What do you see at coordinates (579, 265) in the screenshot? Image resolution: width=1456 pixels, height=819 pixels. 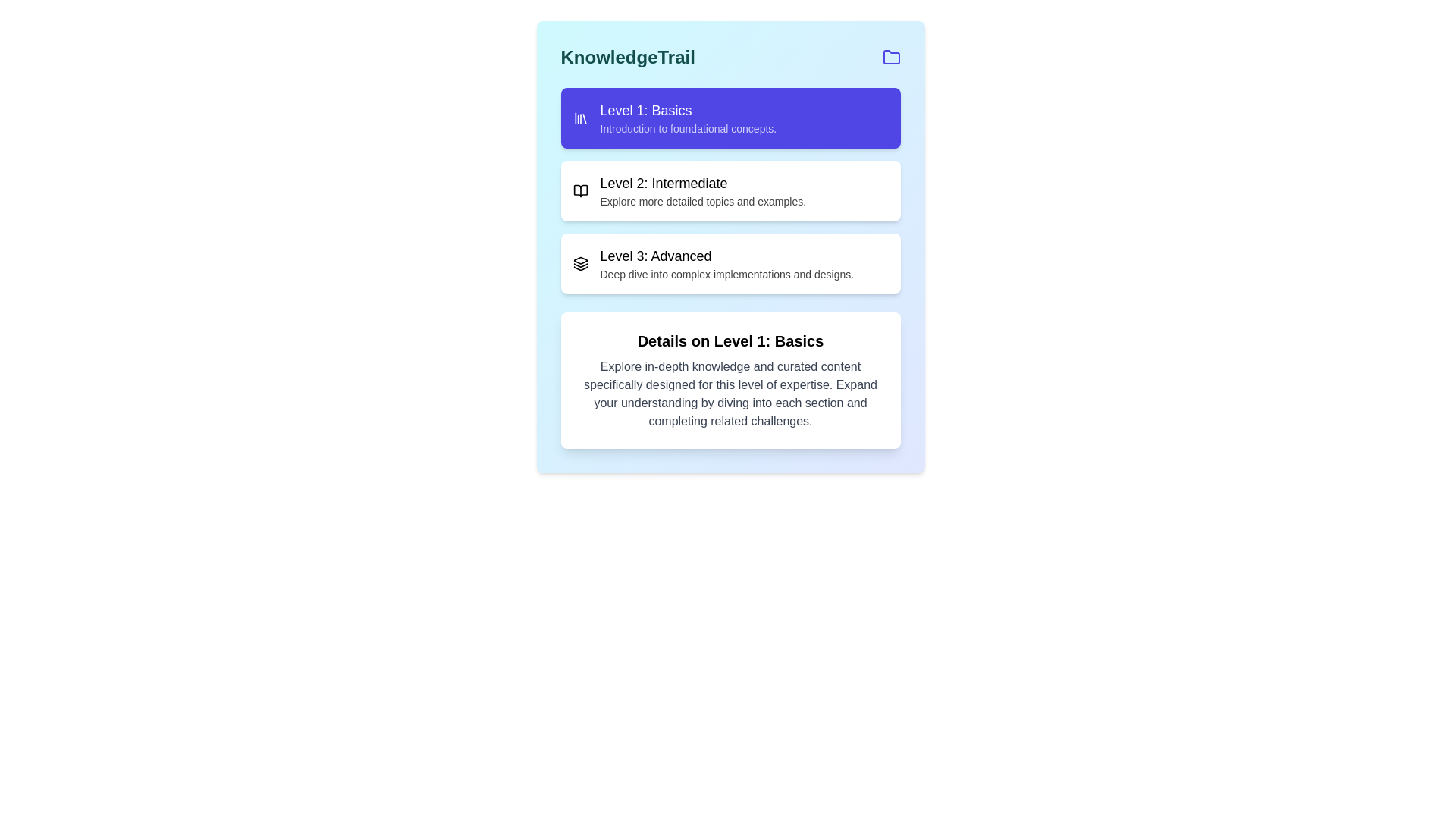 I see `the middle layer of the layers icon, which is a curved shape resembling an open shell or wave, located in the top-right area of the card layout` at bounding box center [579, 265].